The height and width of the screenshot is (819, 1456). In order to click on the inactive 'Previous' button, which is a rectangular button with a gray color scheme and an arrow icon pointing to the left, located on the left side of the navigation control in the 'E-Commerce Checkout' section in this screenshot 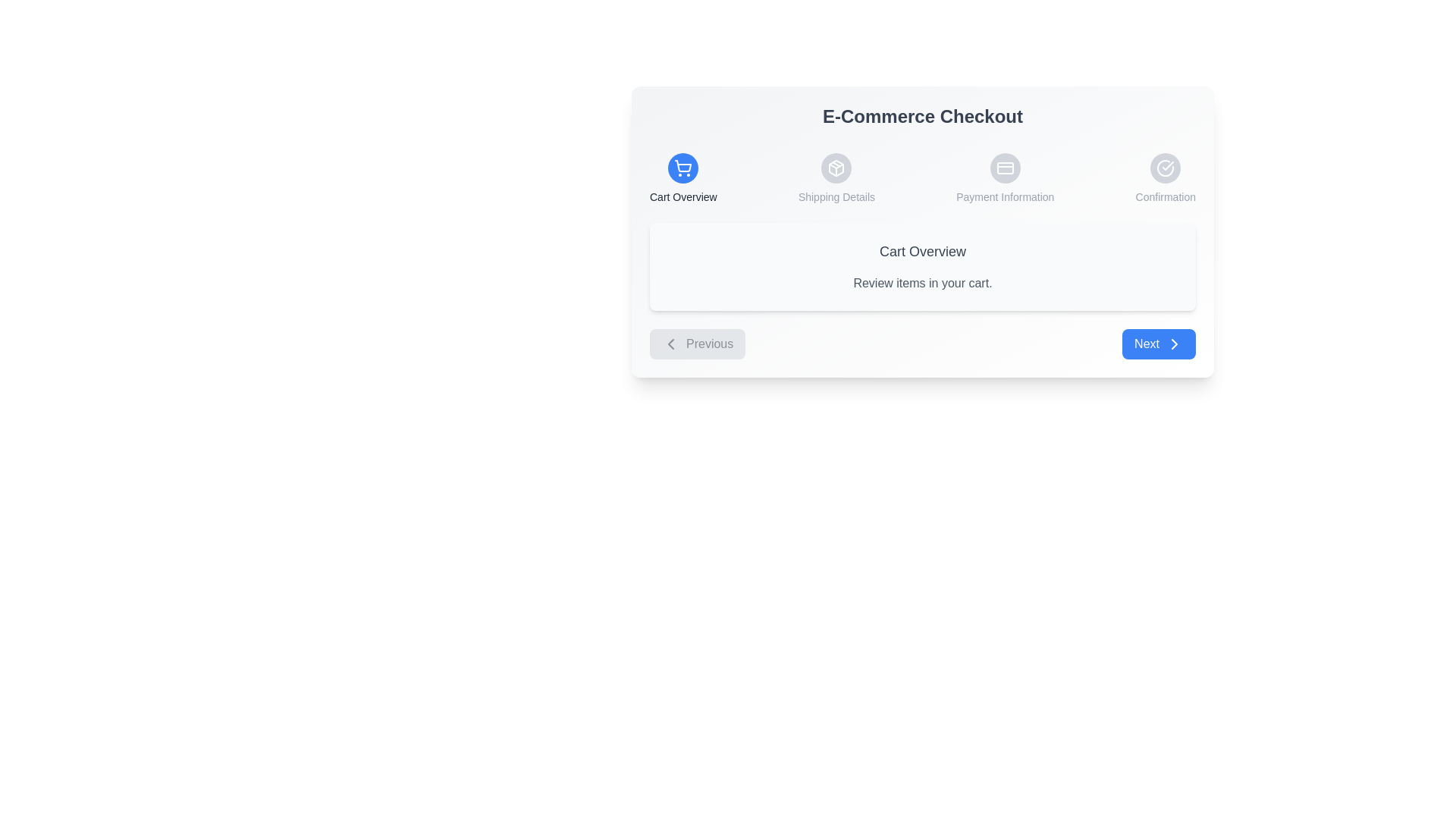, I will do `click(697, 344)`.